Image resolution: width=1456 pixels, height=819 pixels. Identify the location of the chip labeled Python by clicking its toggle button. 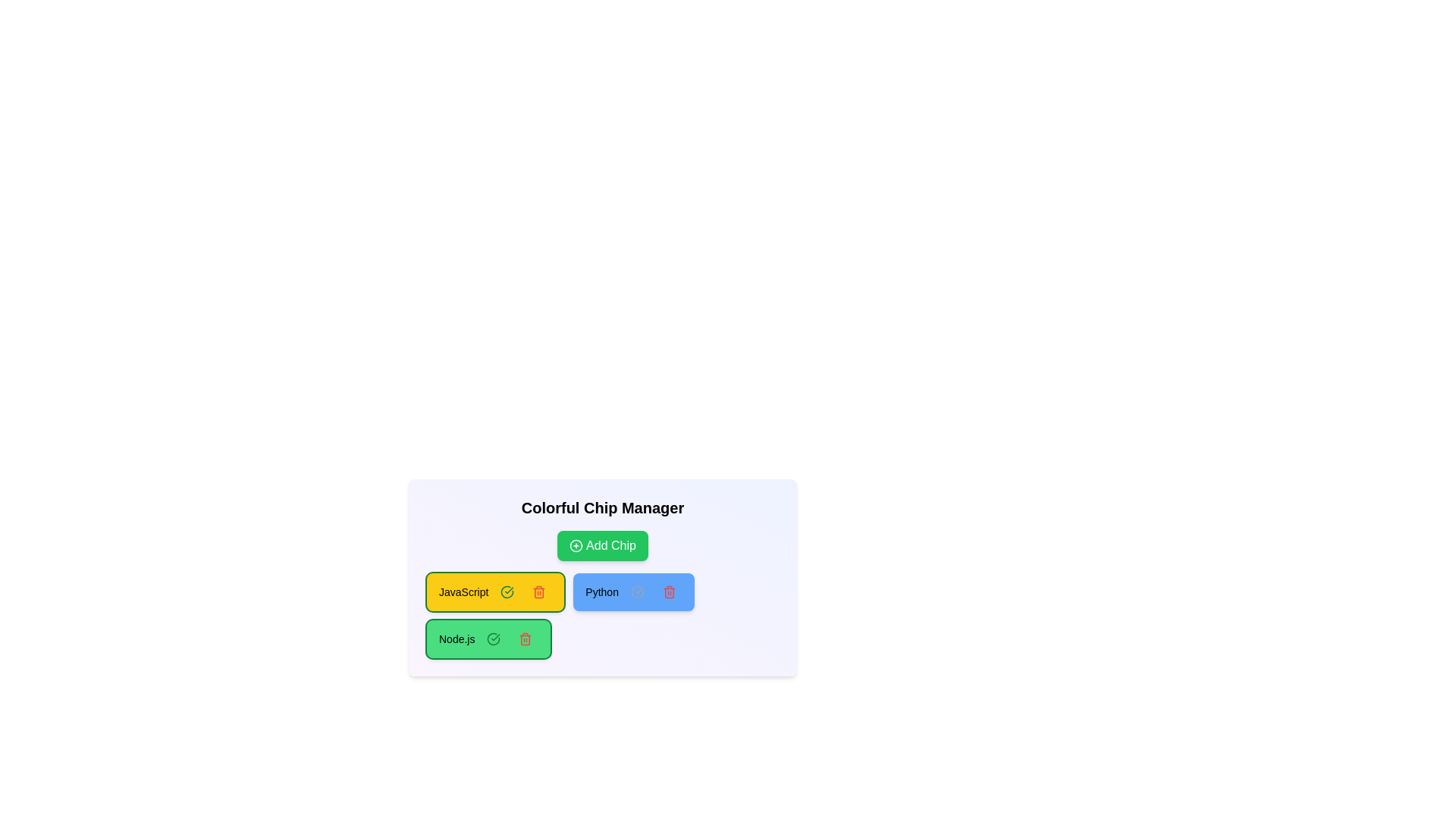
(637, 591).